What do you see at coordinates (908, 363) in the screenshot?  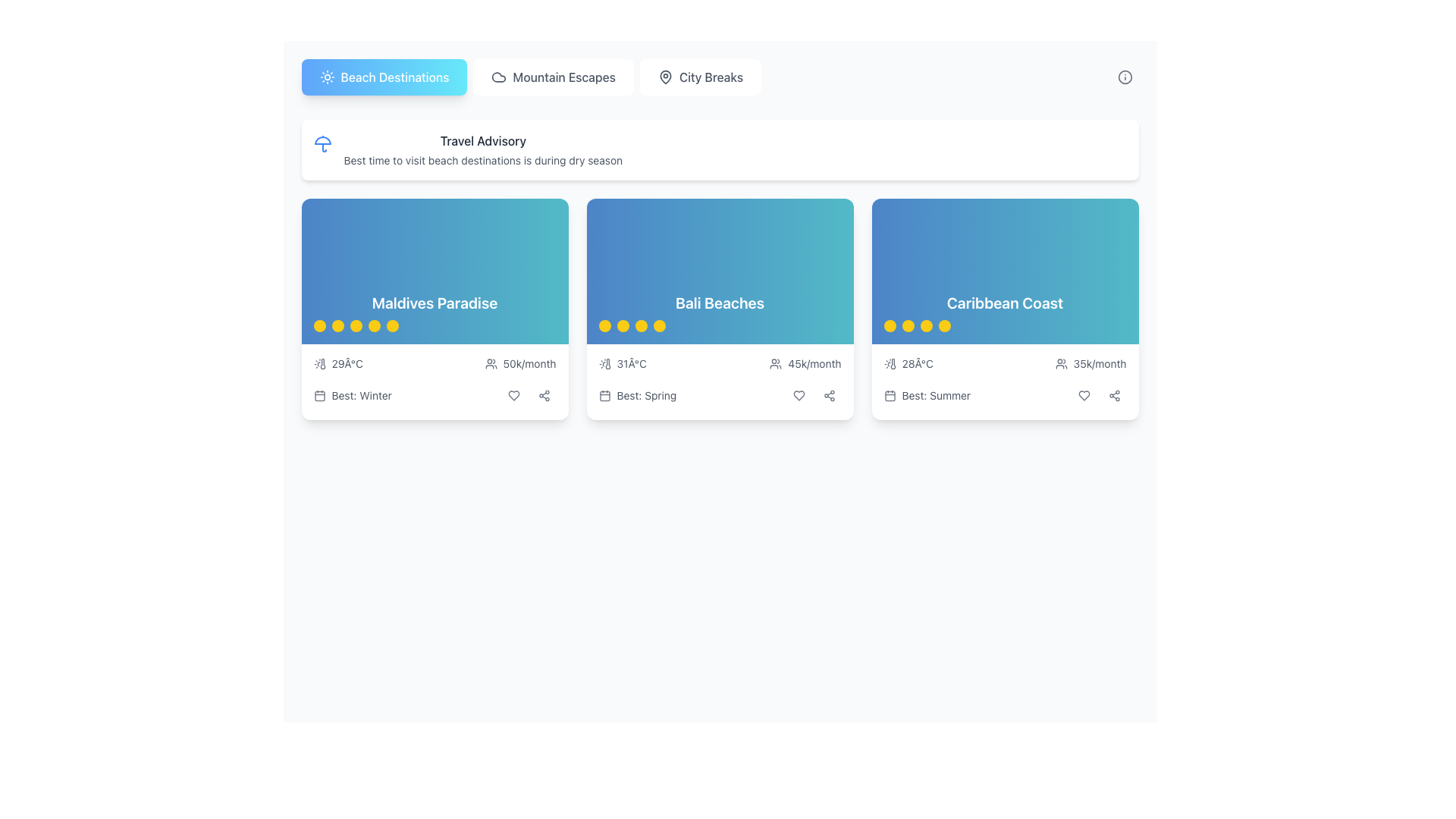 I see `the Label displaying the current temperature for the 'Caribbean Coast' destination, located in the bottom section of its card, to the left of '35k/month' and above 'Best: Summer'` at bounding box center [908, 363].